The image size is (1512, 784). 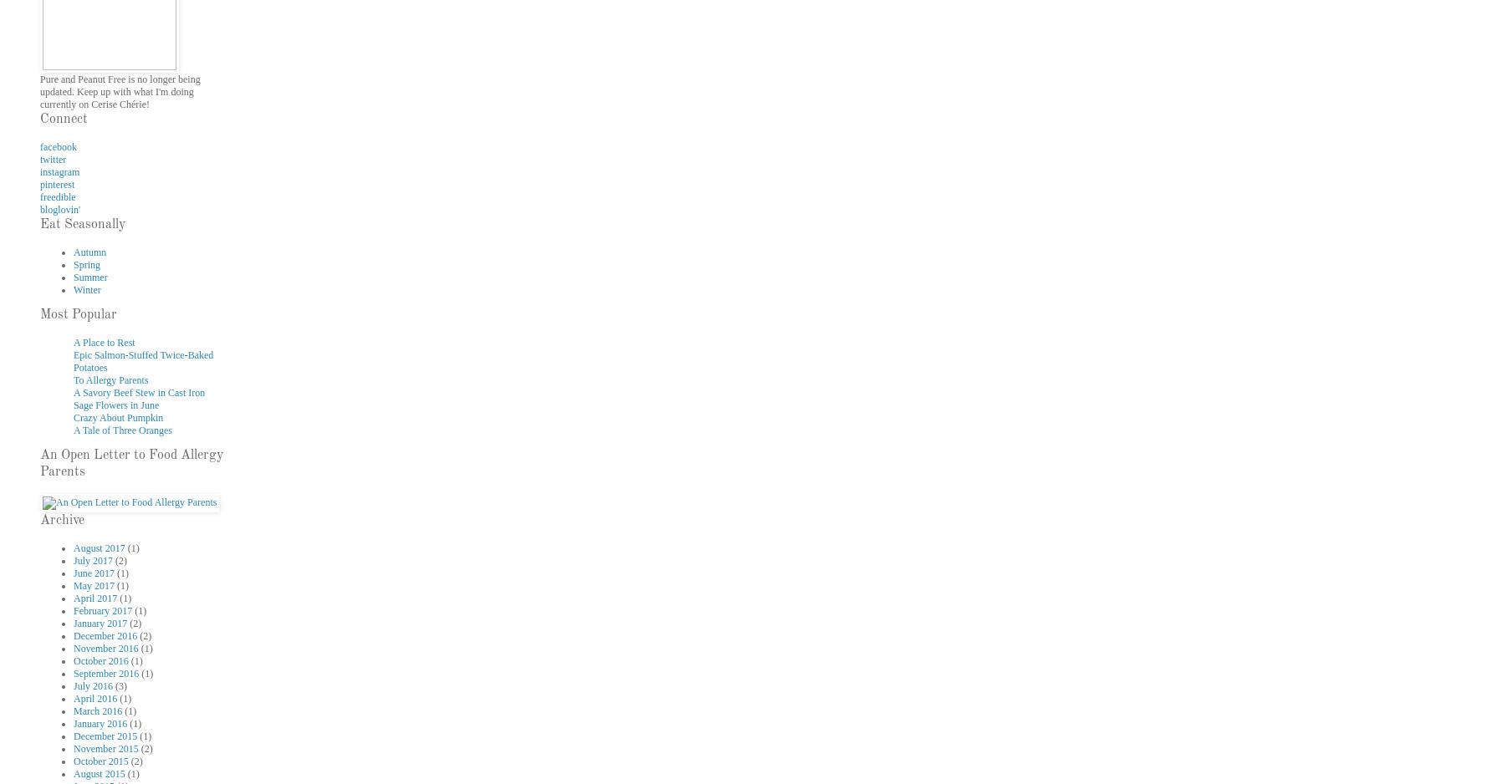 What do you see at coordinates (73, 710) in the screenshot?
I see `'March 2016'` at bounding box center [73, 710].